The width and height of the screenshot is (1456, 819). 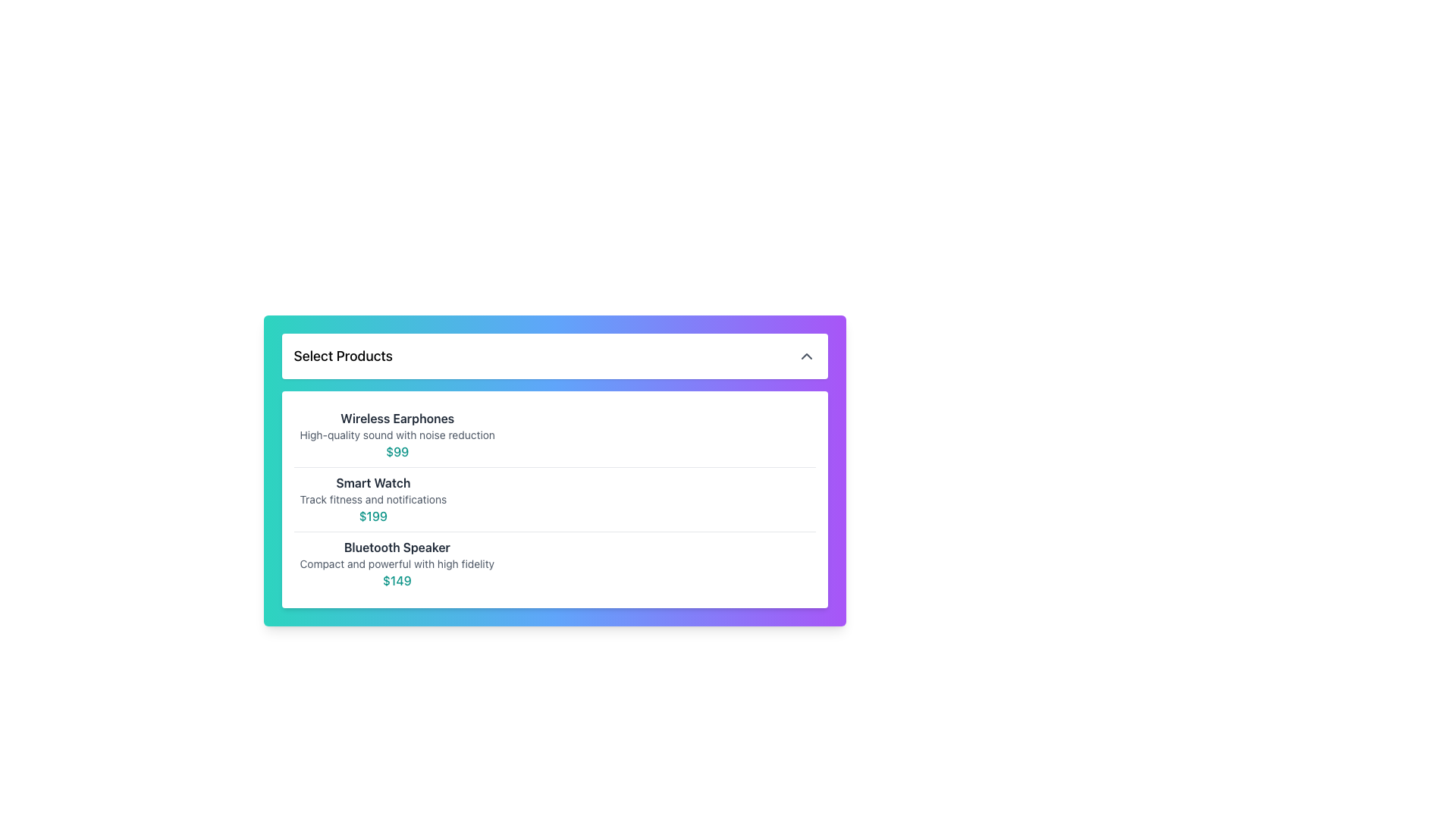 I want to click on the price text label of the 'Bluetooth Speaker' product, which is centrally aligned at the bottom of its card layout, so click(x=397, y=580).